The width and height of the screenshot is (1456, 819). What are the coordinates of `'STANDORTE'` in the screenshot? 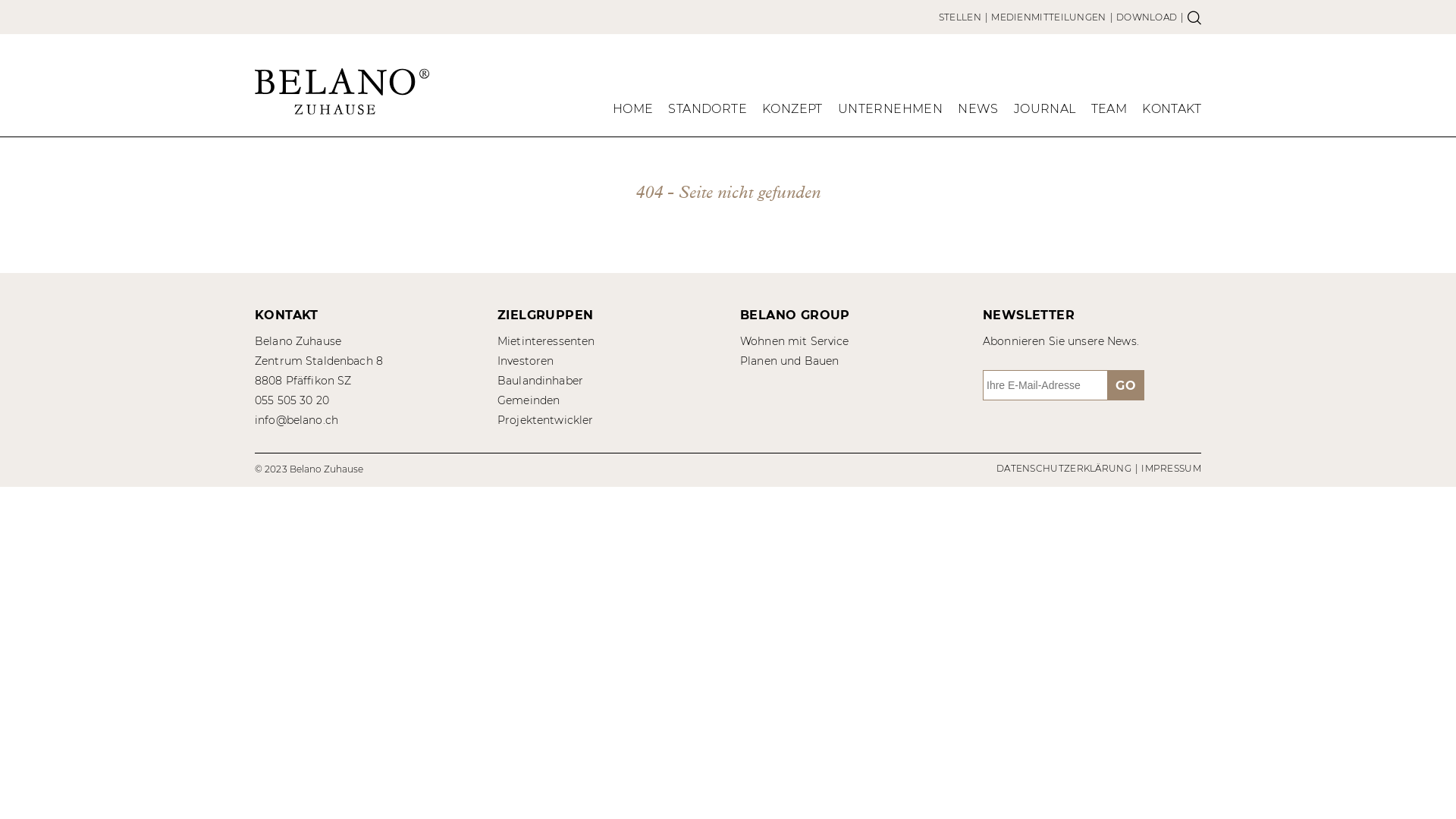 It's located at (706, 111).